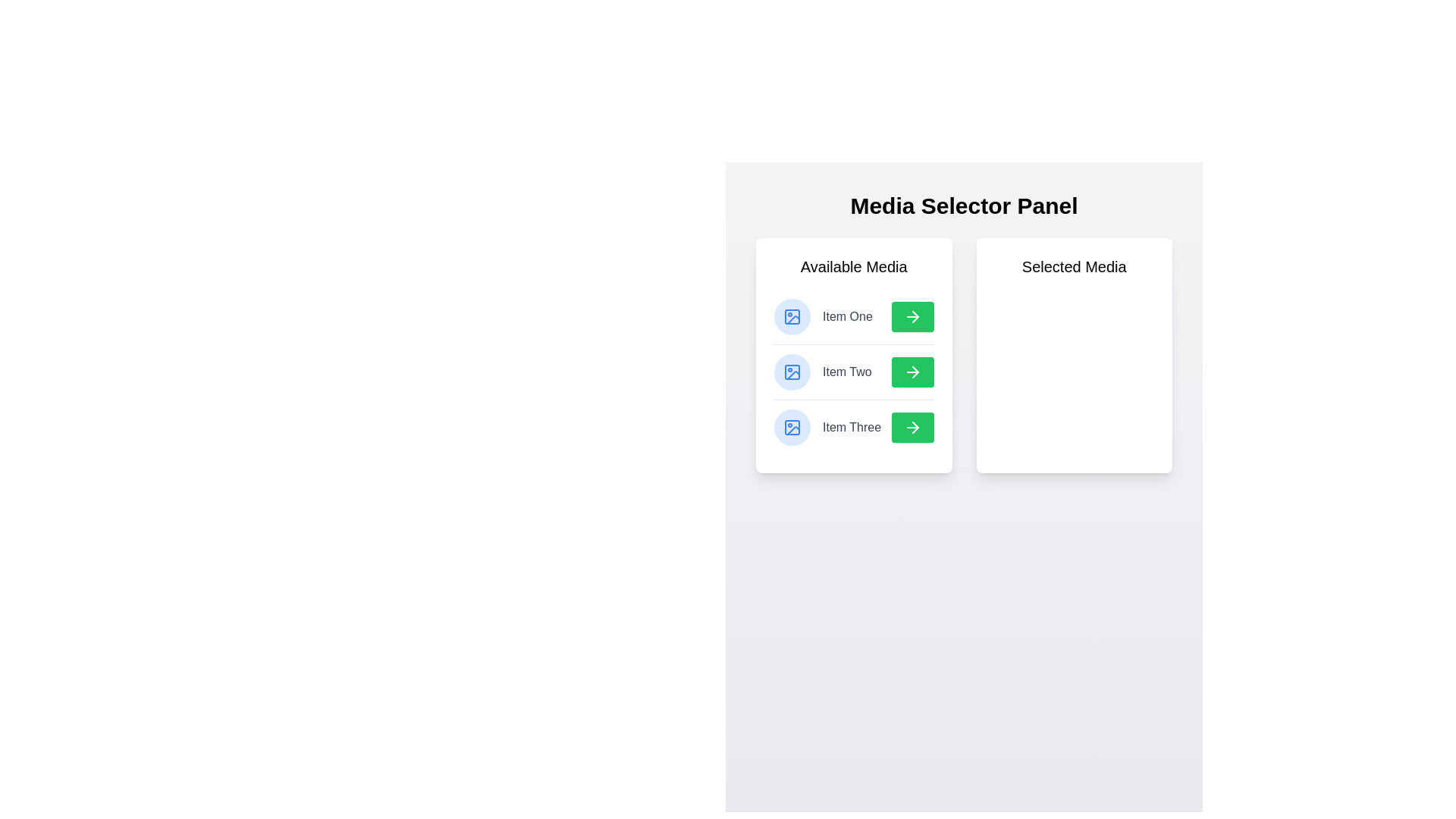 This screenshot has height=819, width=1456. I want to click on the arrow icon in the third list item of the 'Available Media' section, so click(914, 427).